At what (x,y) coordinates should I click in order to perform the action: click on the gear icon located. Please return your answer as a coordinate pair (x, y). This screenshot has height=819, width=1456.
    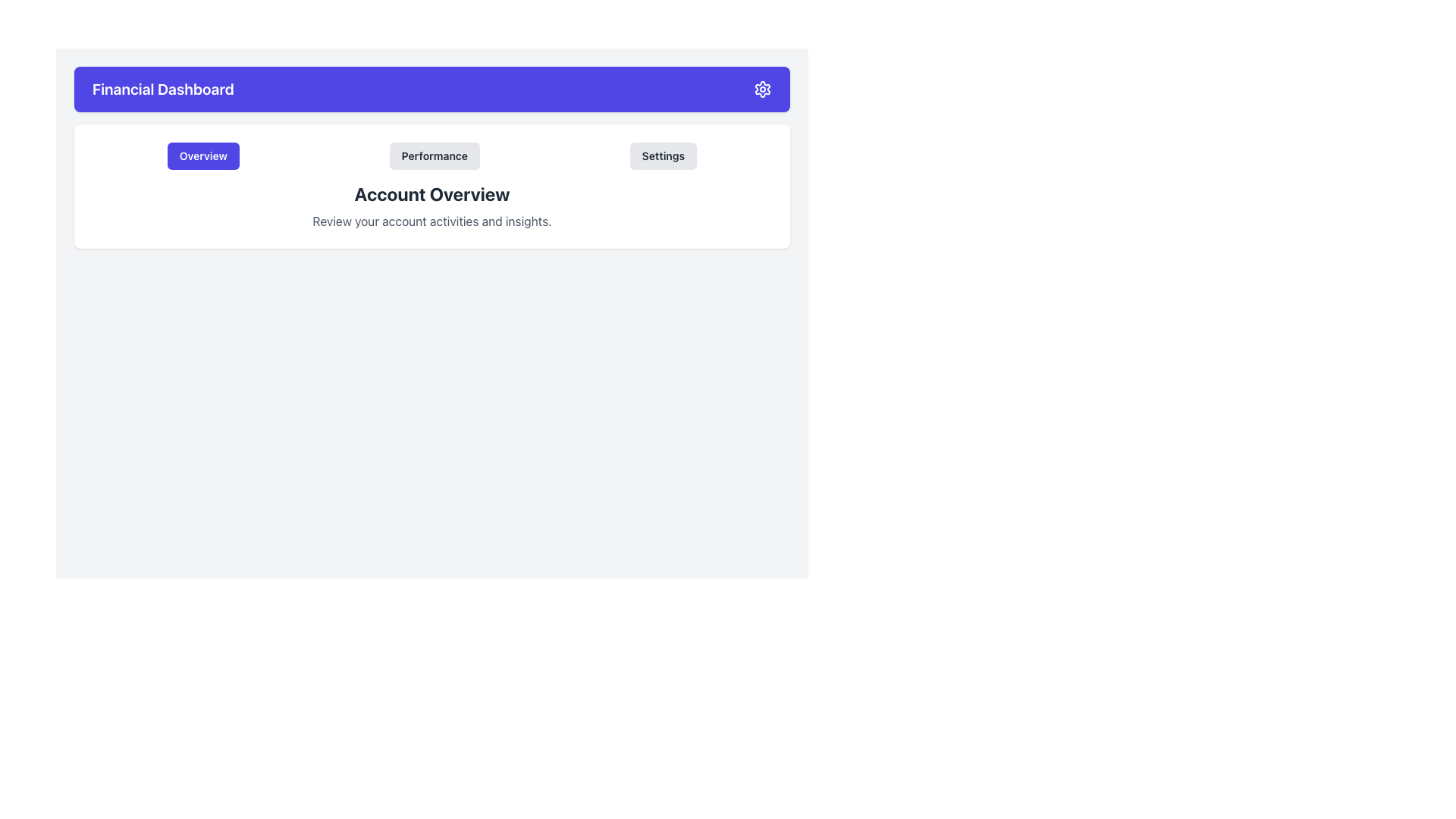
    Looking at the image, I should click on (763, 89).